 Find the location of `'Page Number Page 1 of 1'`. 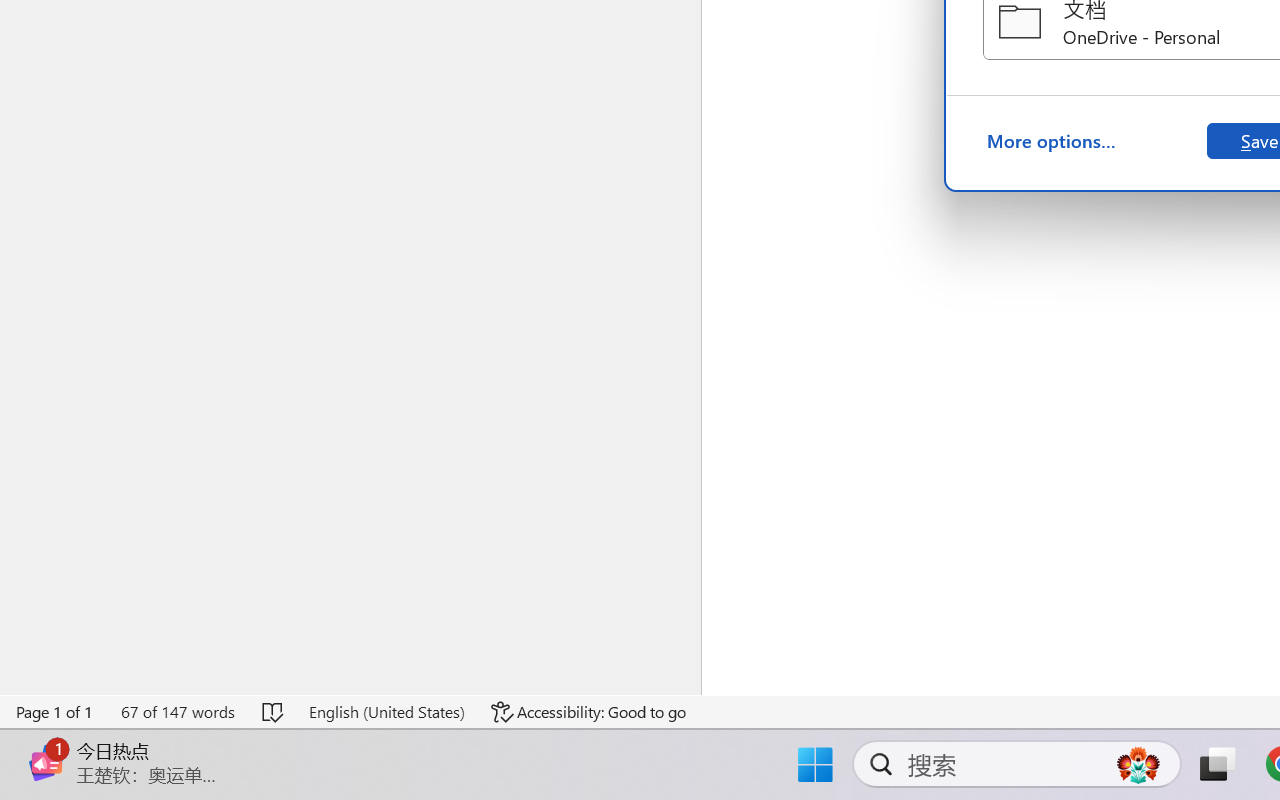

'Page Number Page 1 of 1' is located at coordinates (55, 711).